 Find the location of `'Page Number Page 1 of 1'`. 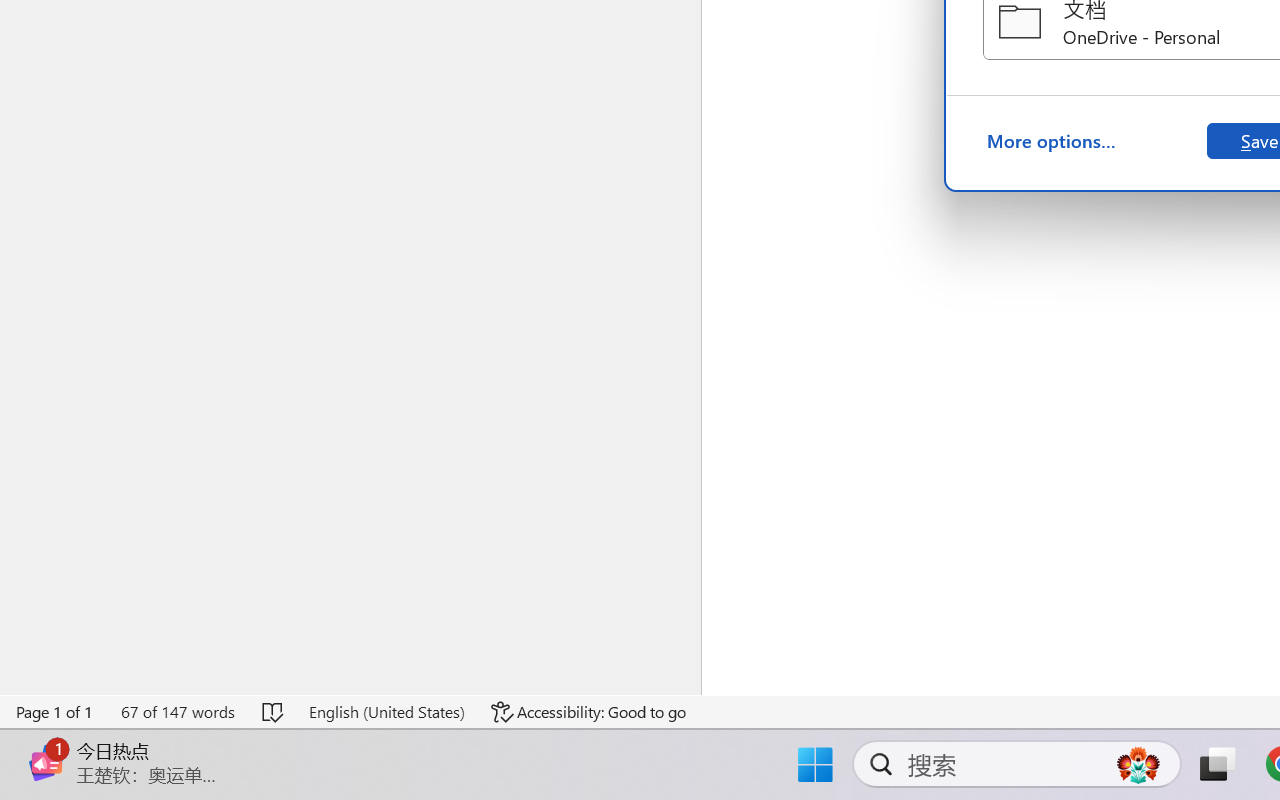

'Page Number Page 1 of 1' is located at coordinates (55, 711).